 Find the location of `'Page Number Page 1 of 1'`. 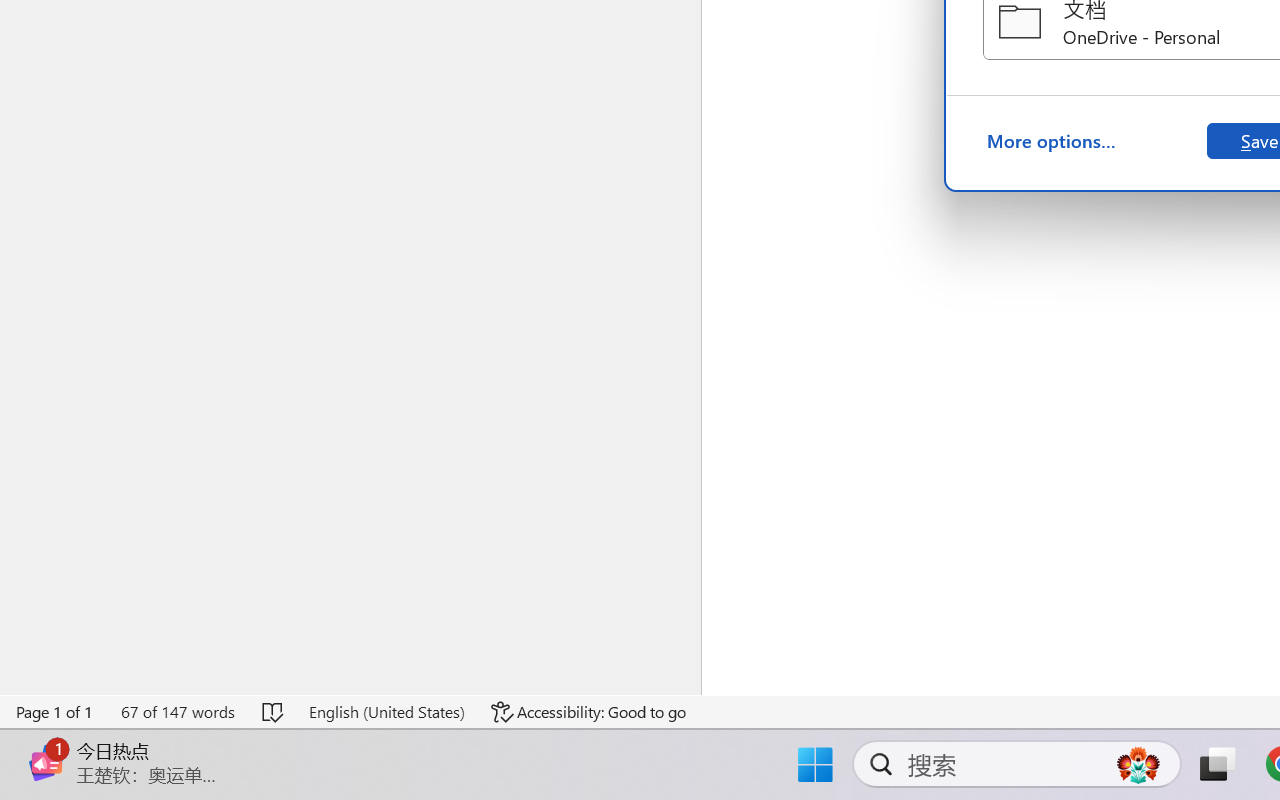

'Page Number Page 1 of 1' is located at coordinates (55, 711).